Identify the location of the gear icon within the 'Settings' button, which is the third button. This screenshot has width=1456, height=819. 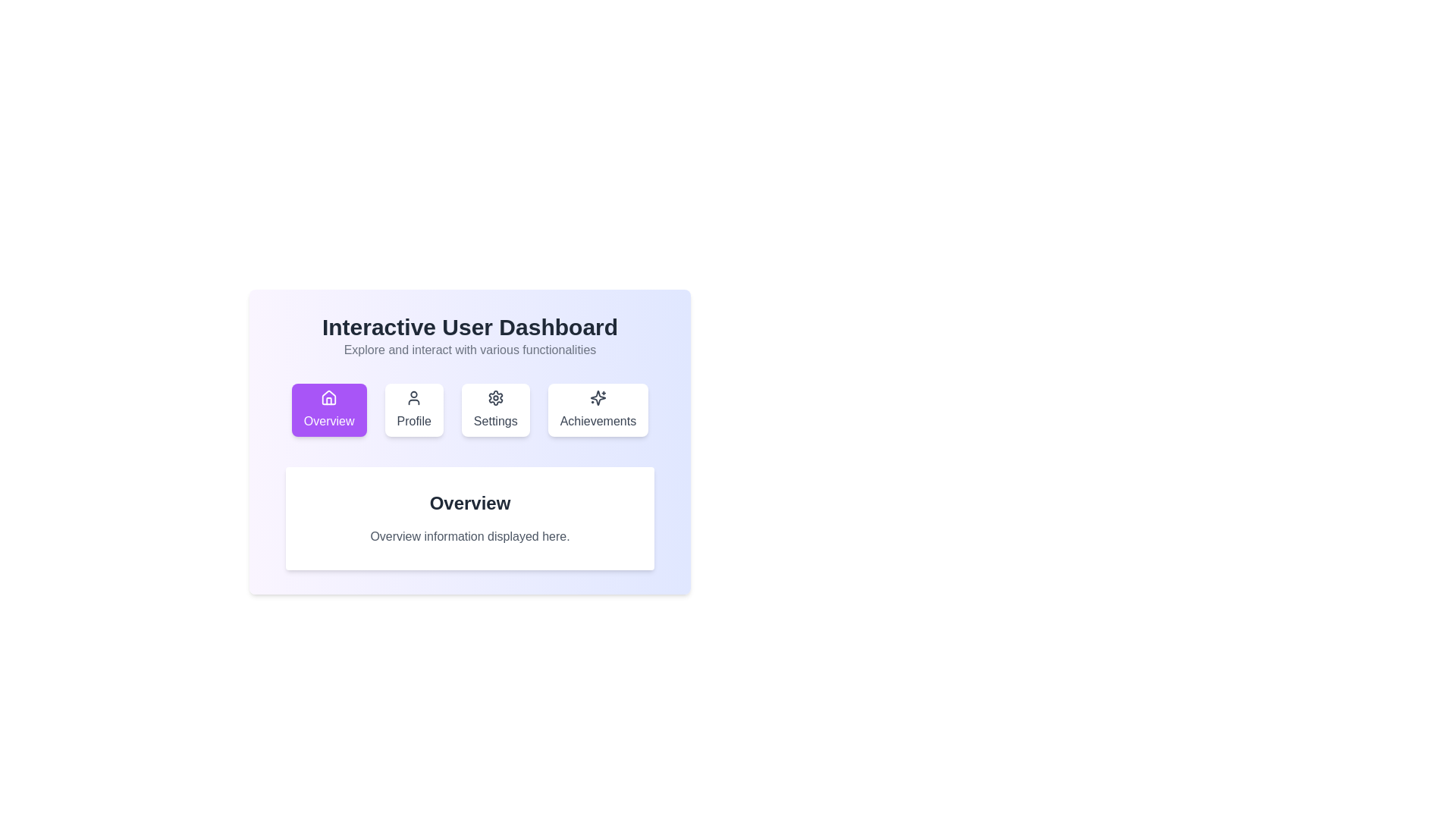
(495, 397).